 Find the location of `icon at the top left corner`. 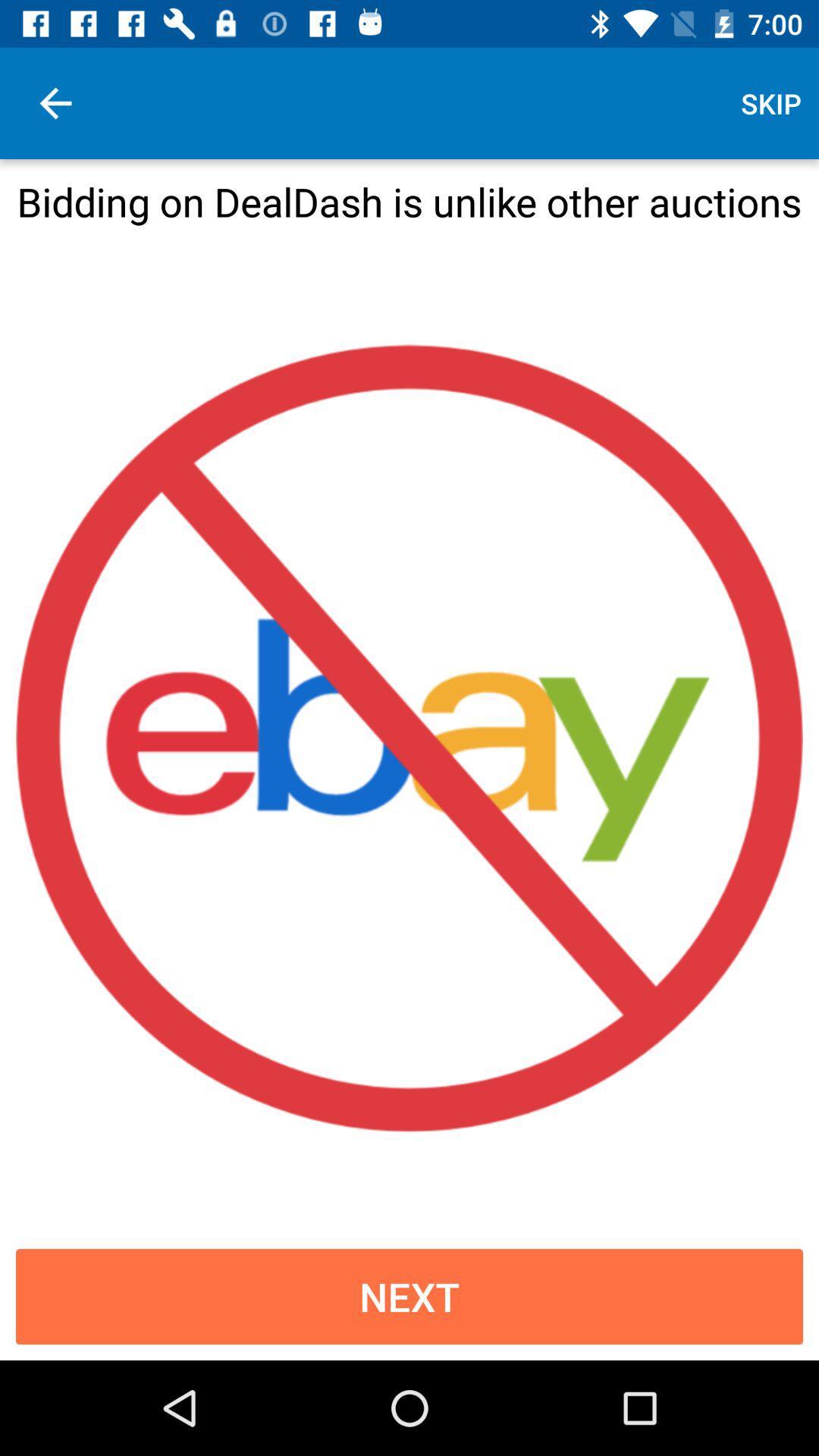

icon at the top left corner is located at coordinates (55, 102).